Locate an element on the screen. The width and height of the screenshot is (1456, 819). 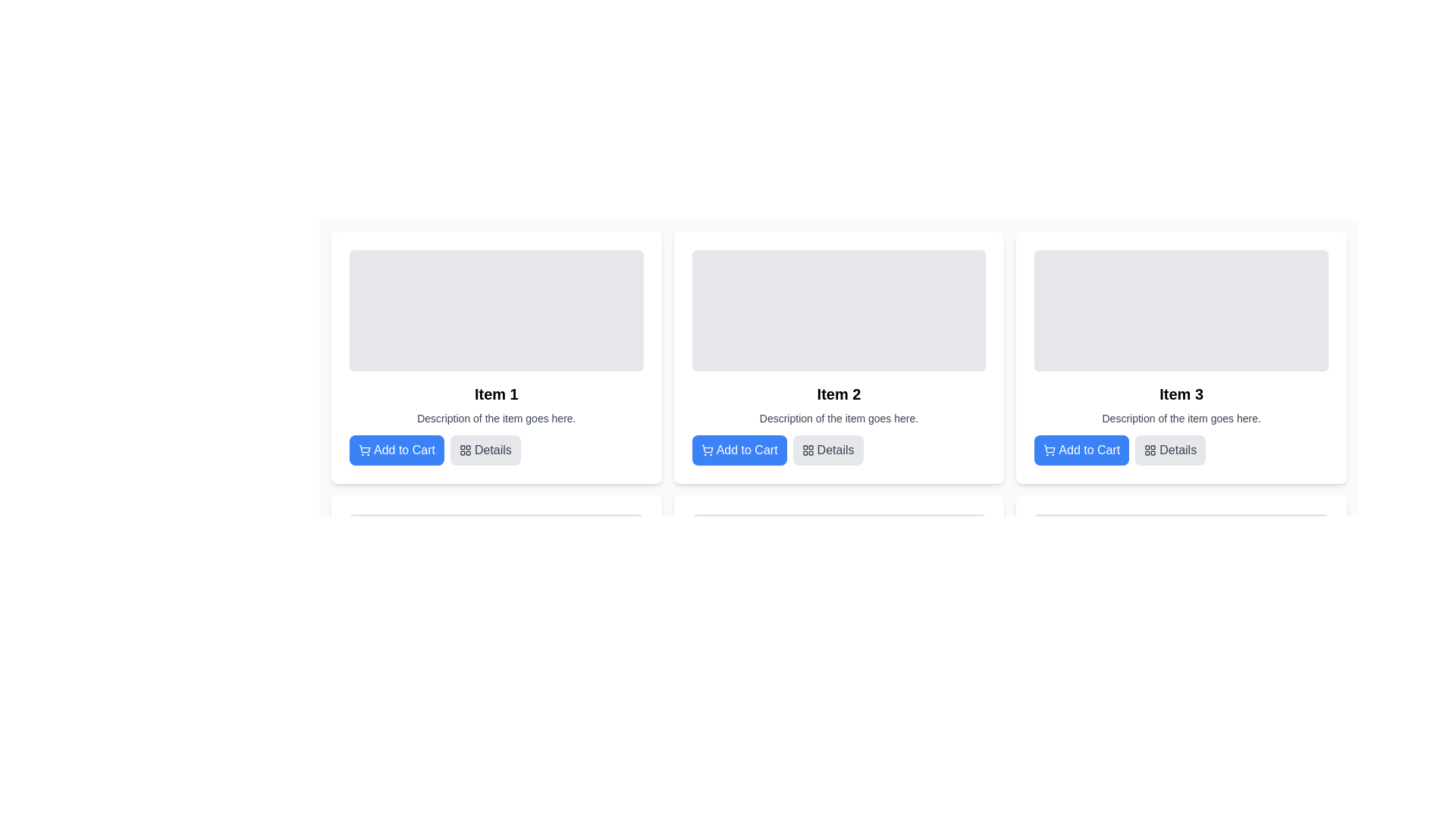
the 'Add to Cart' button, which is a rectangular button with a blue background and rounded corners is located at coordinates (397, 450).